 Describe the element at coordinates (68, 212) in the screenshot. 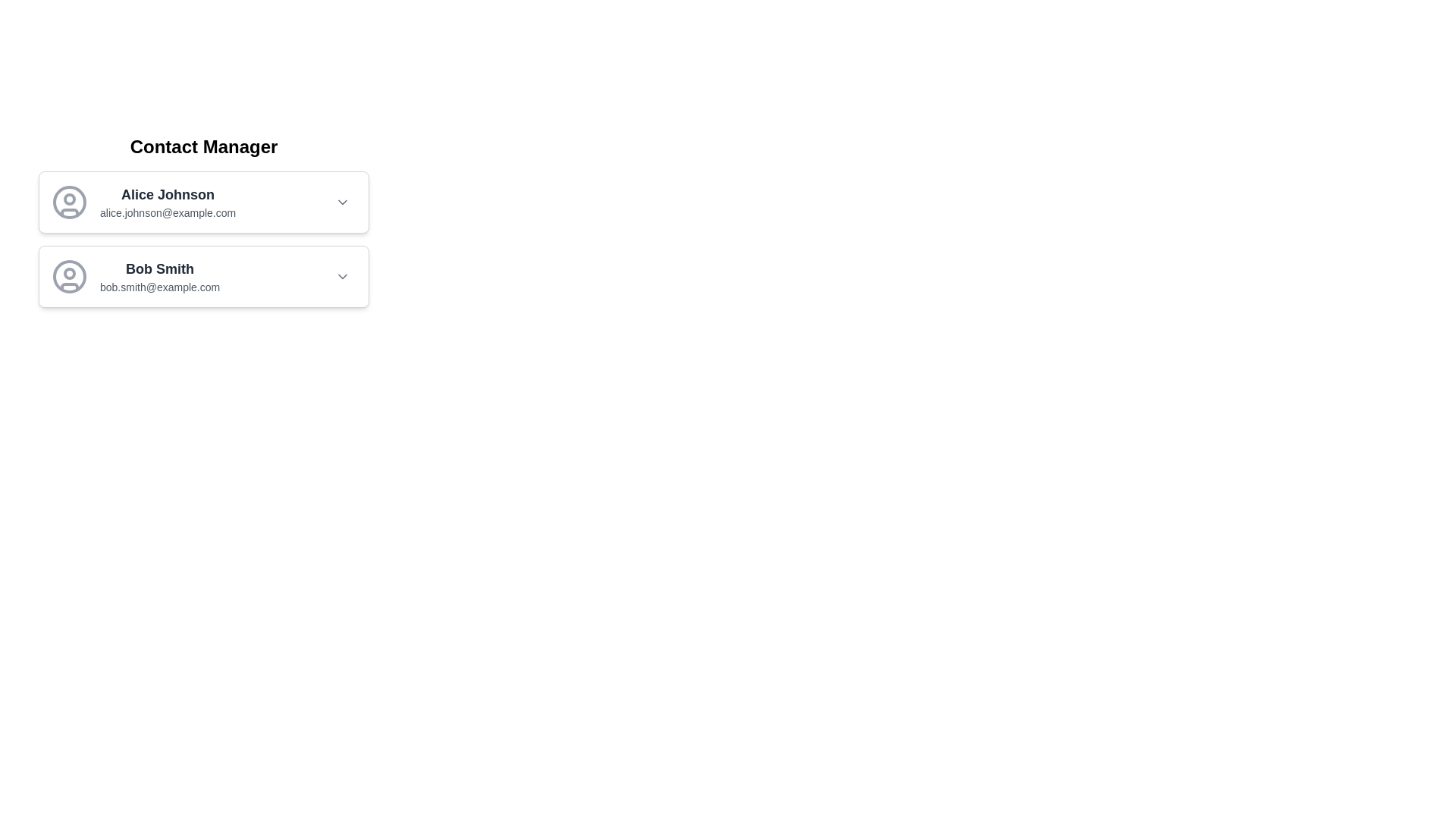

I see `the bottom half of the circular profile icon representing the shoulders or torso of 'Alice Johnson' to trigger tooltips or highlights` at that location.